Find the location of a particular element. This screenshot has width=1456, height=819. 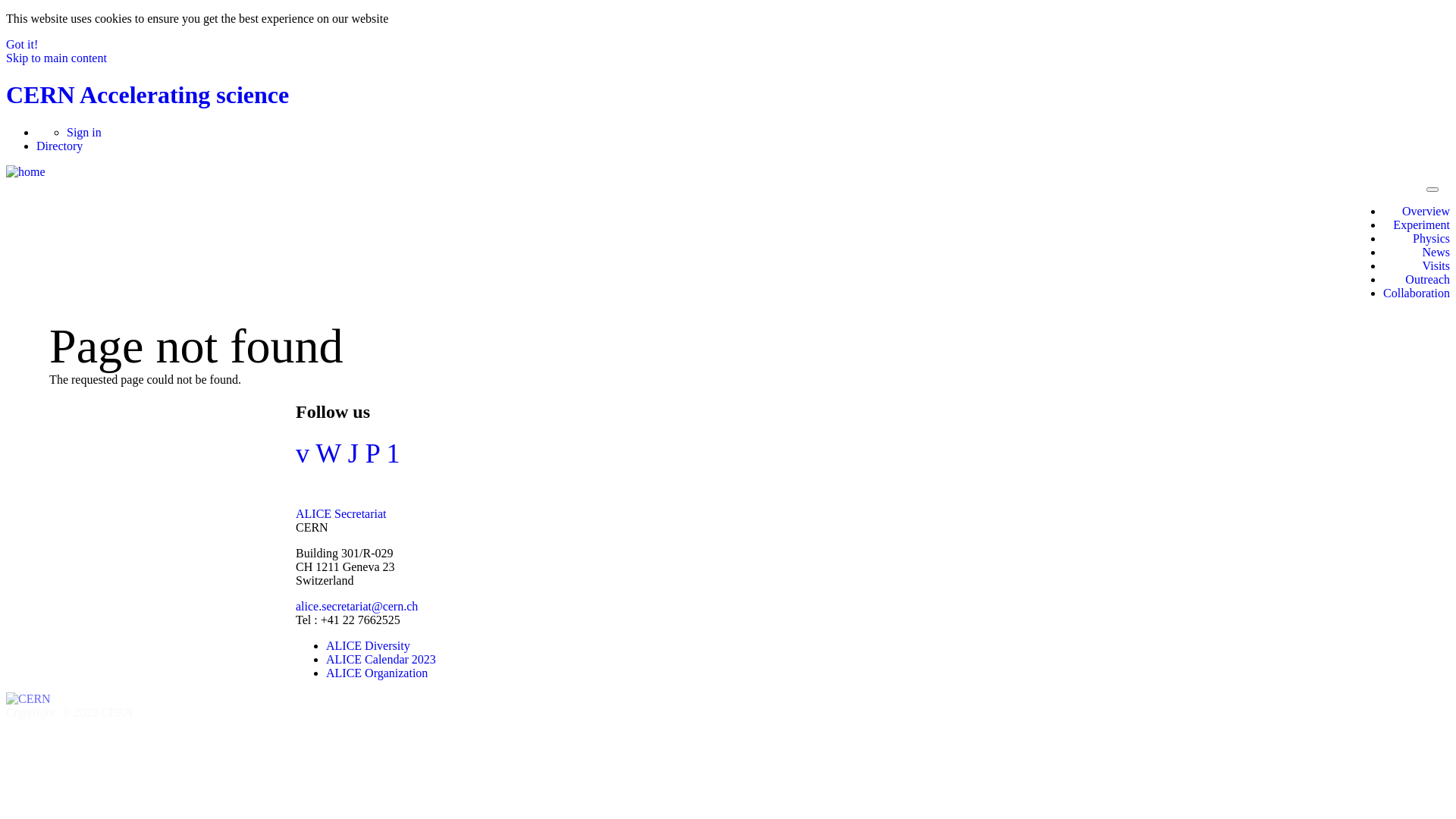

'W' is located at coordinates (327, 452).